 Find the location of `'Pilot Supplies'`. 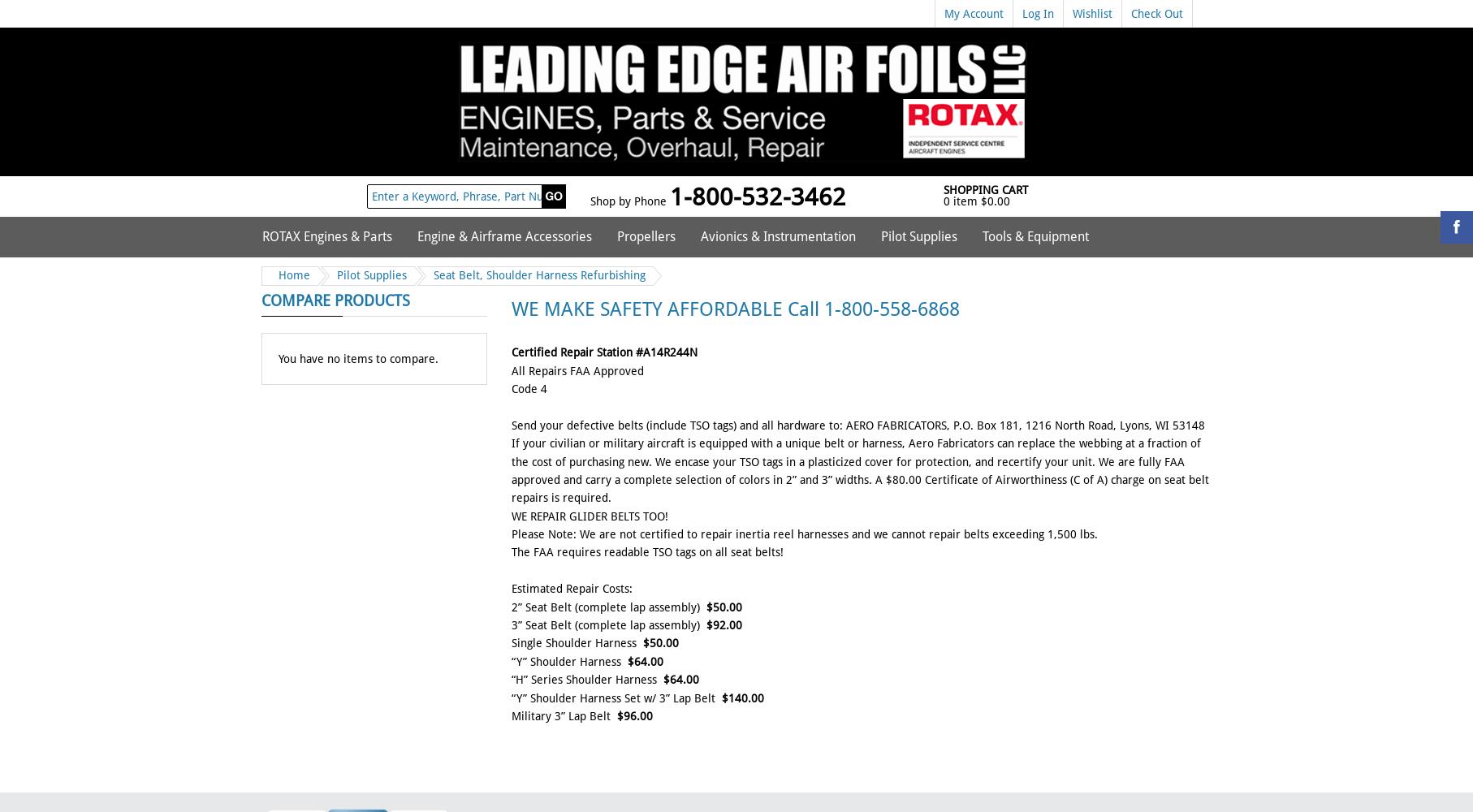

'Pilot Supplies' is located at coordinates (918, 236).